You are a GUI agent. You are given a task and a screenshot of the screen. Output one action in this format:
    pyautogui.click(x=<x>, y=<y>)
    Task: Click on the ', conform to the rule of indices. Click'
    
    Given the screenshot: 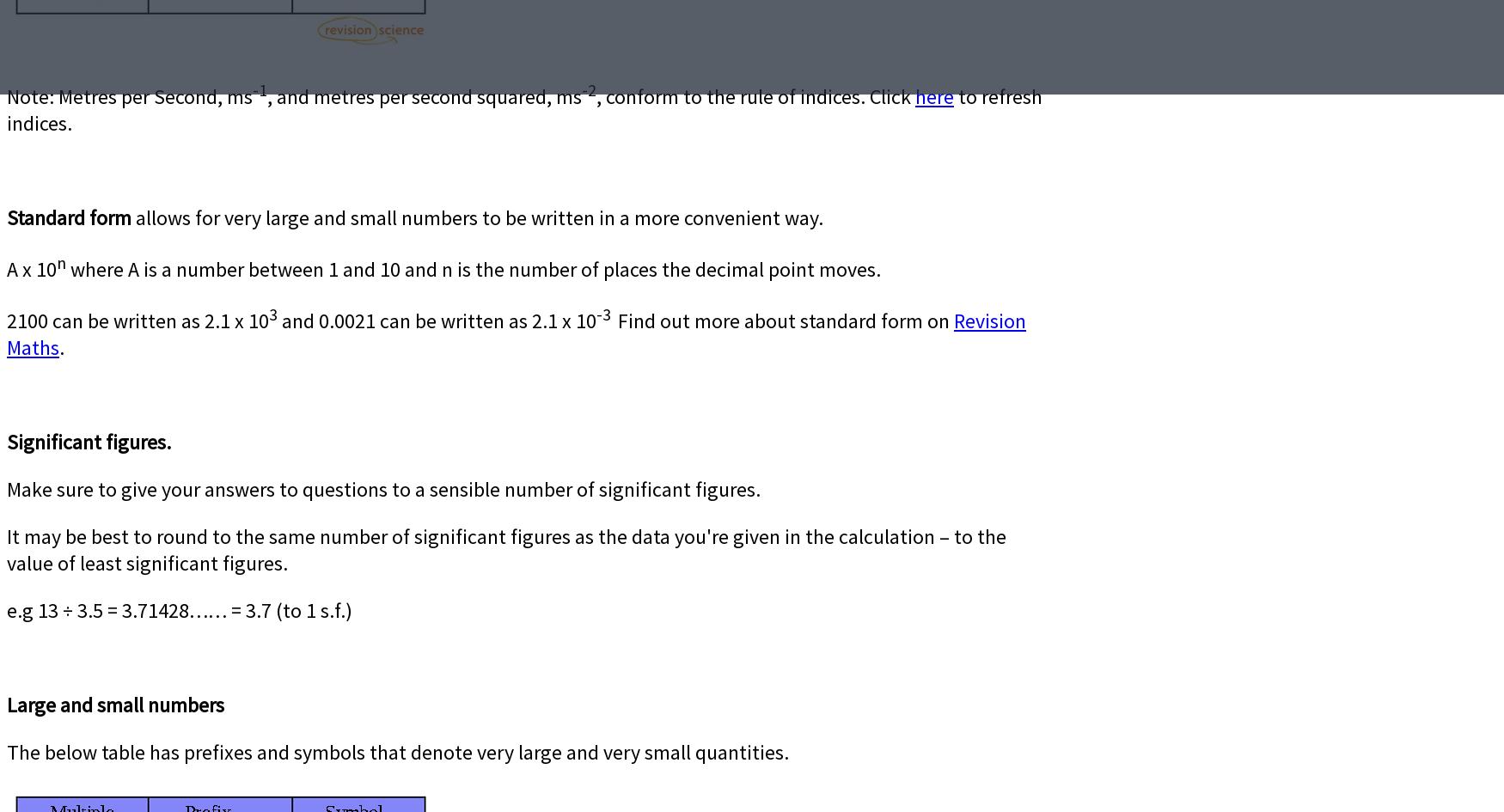 What is the action you would take?
    pyautogui.click(x=755, y=95)
    